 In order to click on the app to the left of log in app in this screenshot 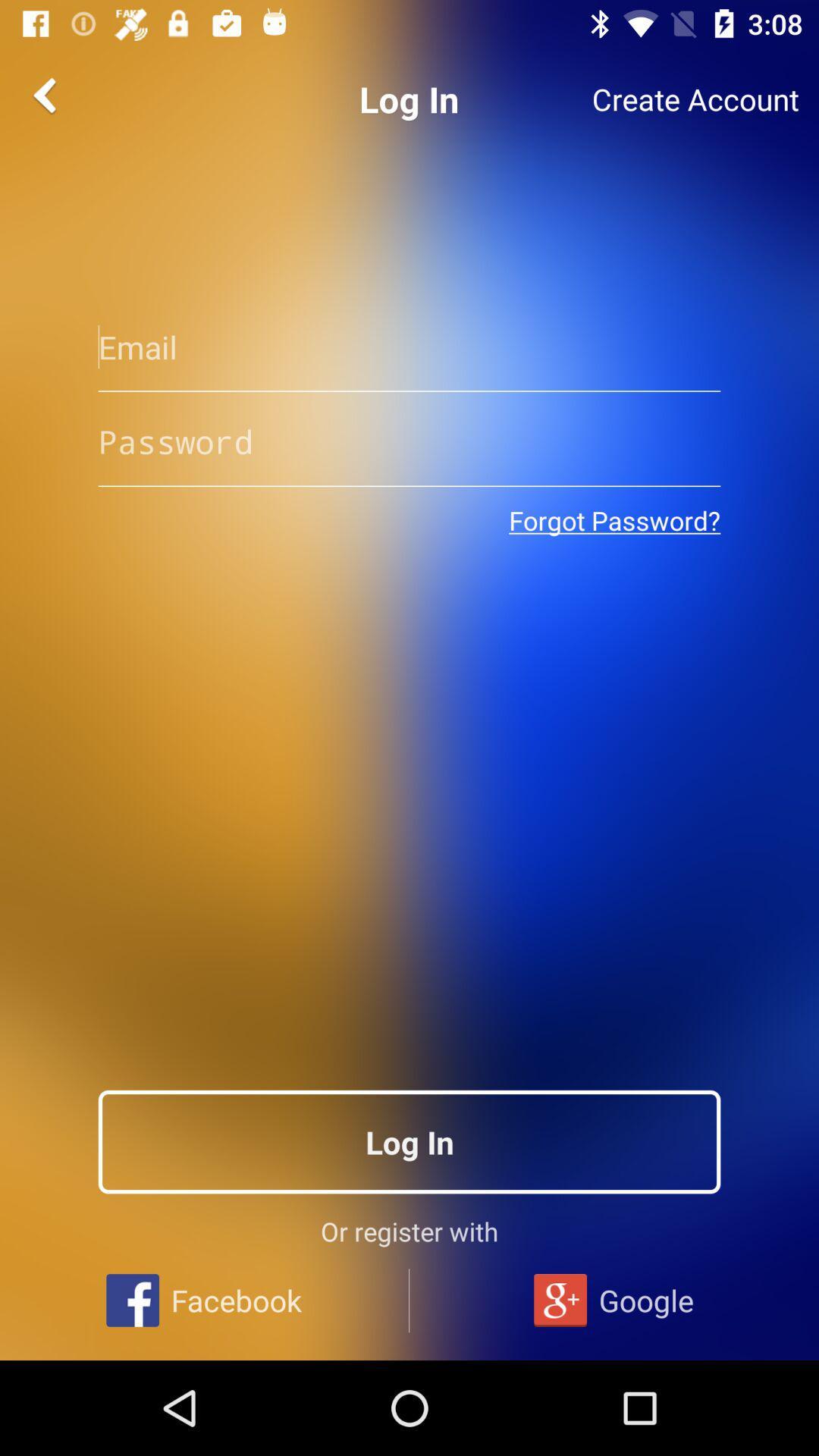, I will do `click(46, 94)`.